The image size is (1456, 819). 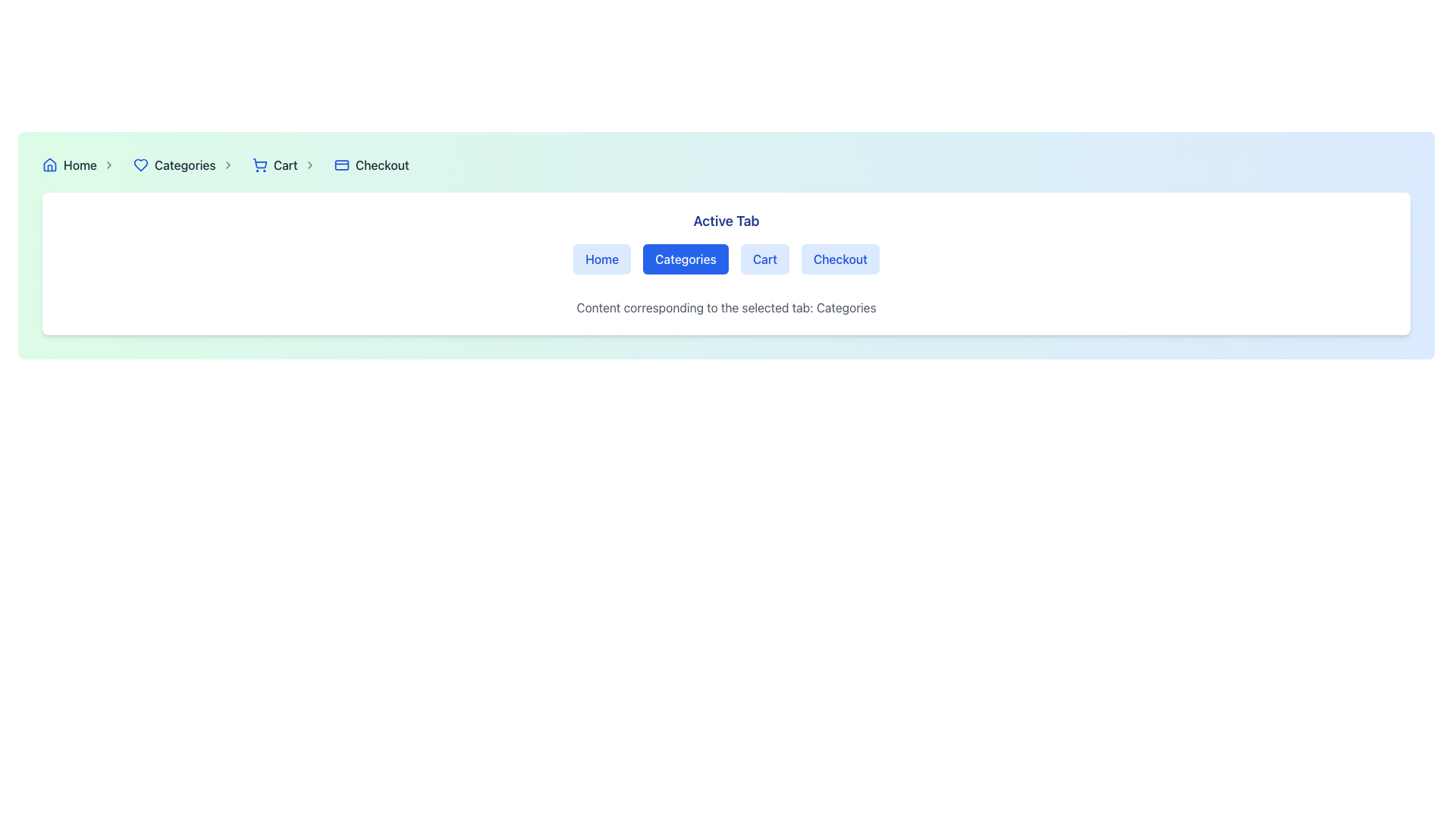 What do you see at coordinates (186, 165) in the screenshot?
I see `'Categories' breadcrumb navigation link for accessibility, which is located between 'Home' and 'Cart' in the breadcrumb trail` at bounding box center [186, 165].